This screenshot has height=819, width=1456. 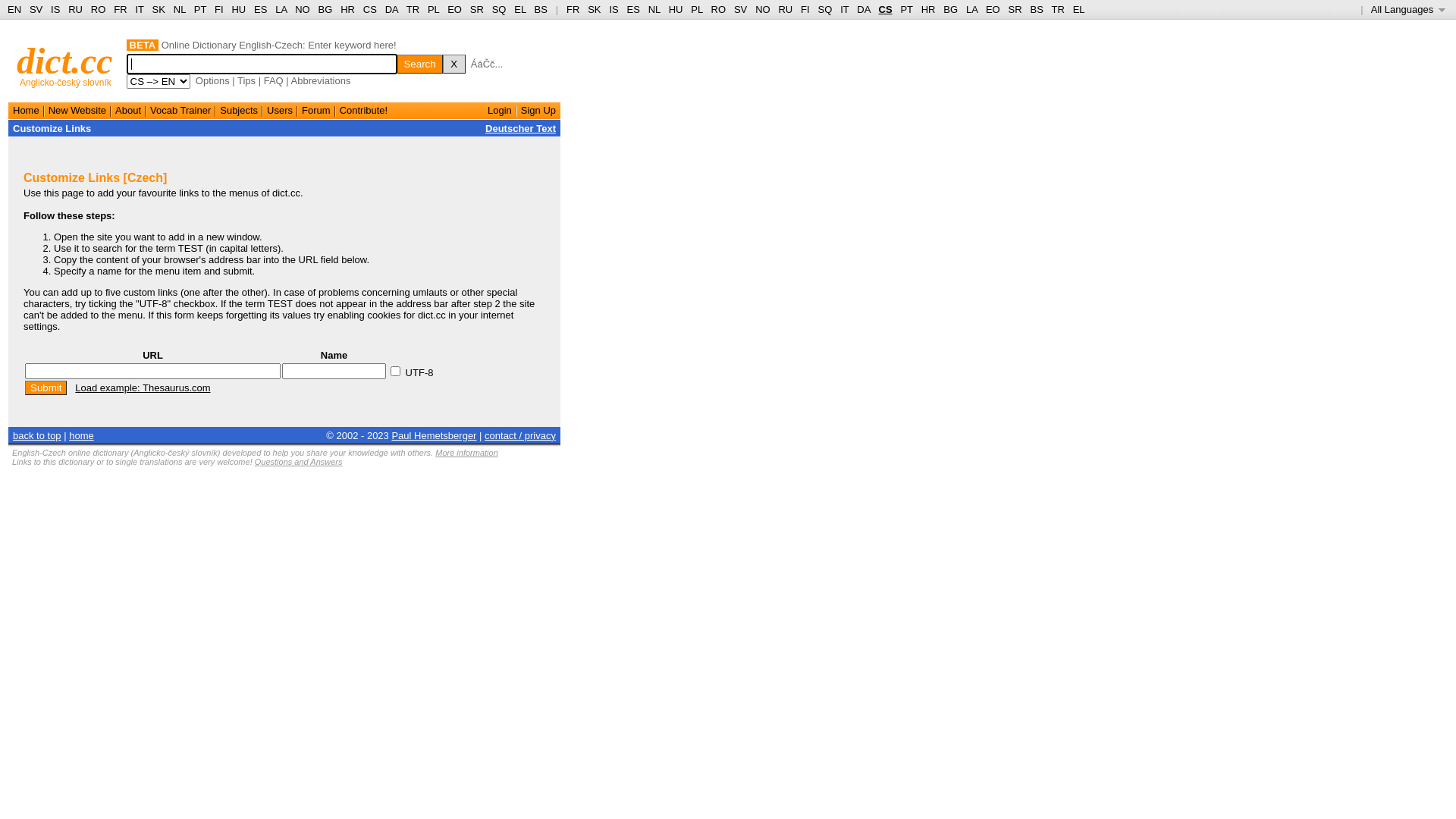 I want to click on 'EN', so click(x=14, y=9).